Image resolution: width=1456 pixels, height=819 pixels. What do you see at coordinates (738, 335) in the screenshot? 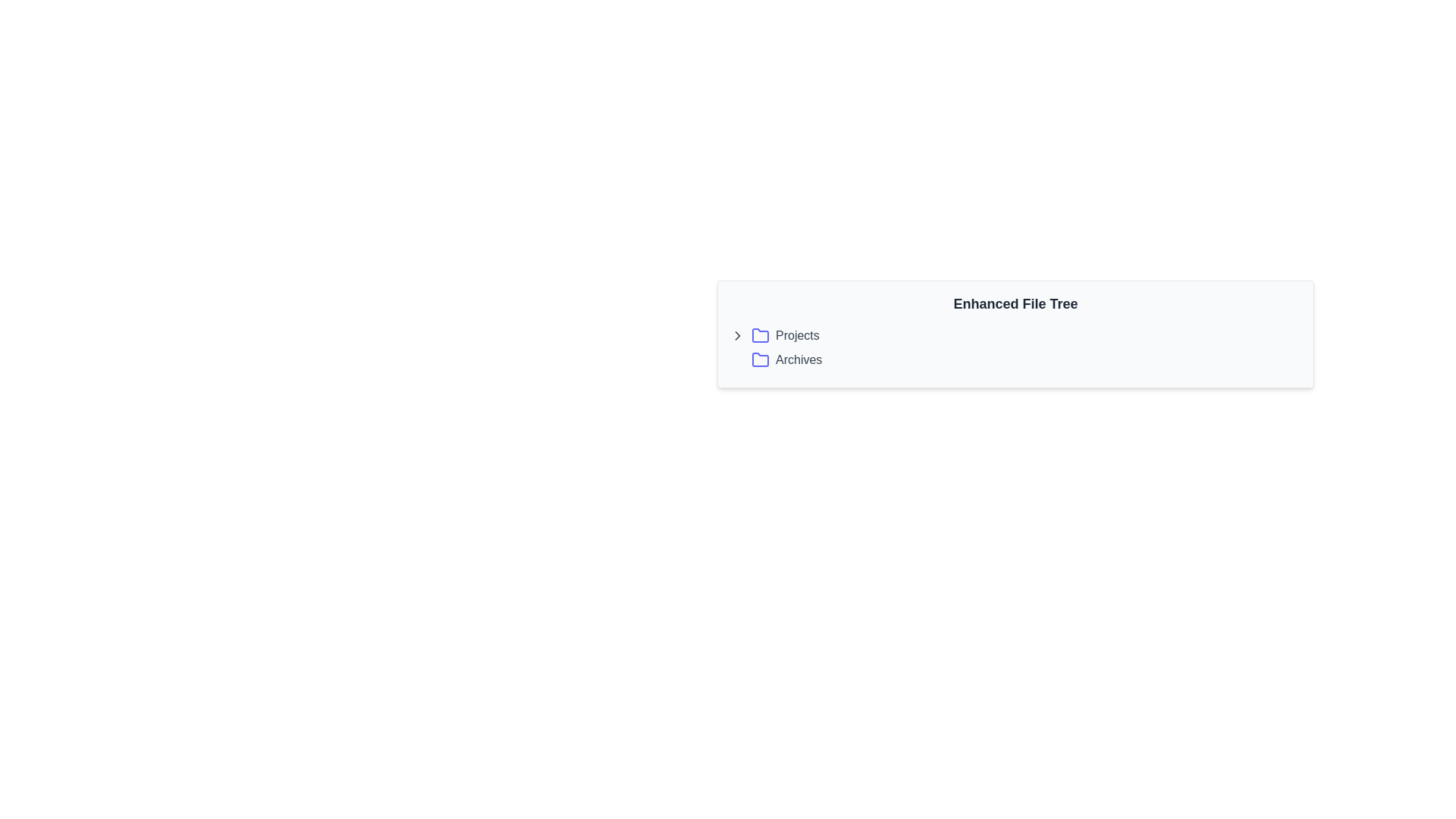
I see `the Chevron icon located near the top-left of the 'Enhanced File Tree' section` at bounding box center [738, 335].